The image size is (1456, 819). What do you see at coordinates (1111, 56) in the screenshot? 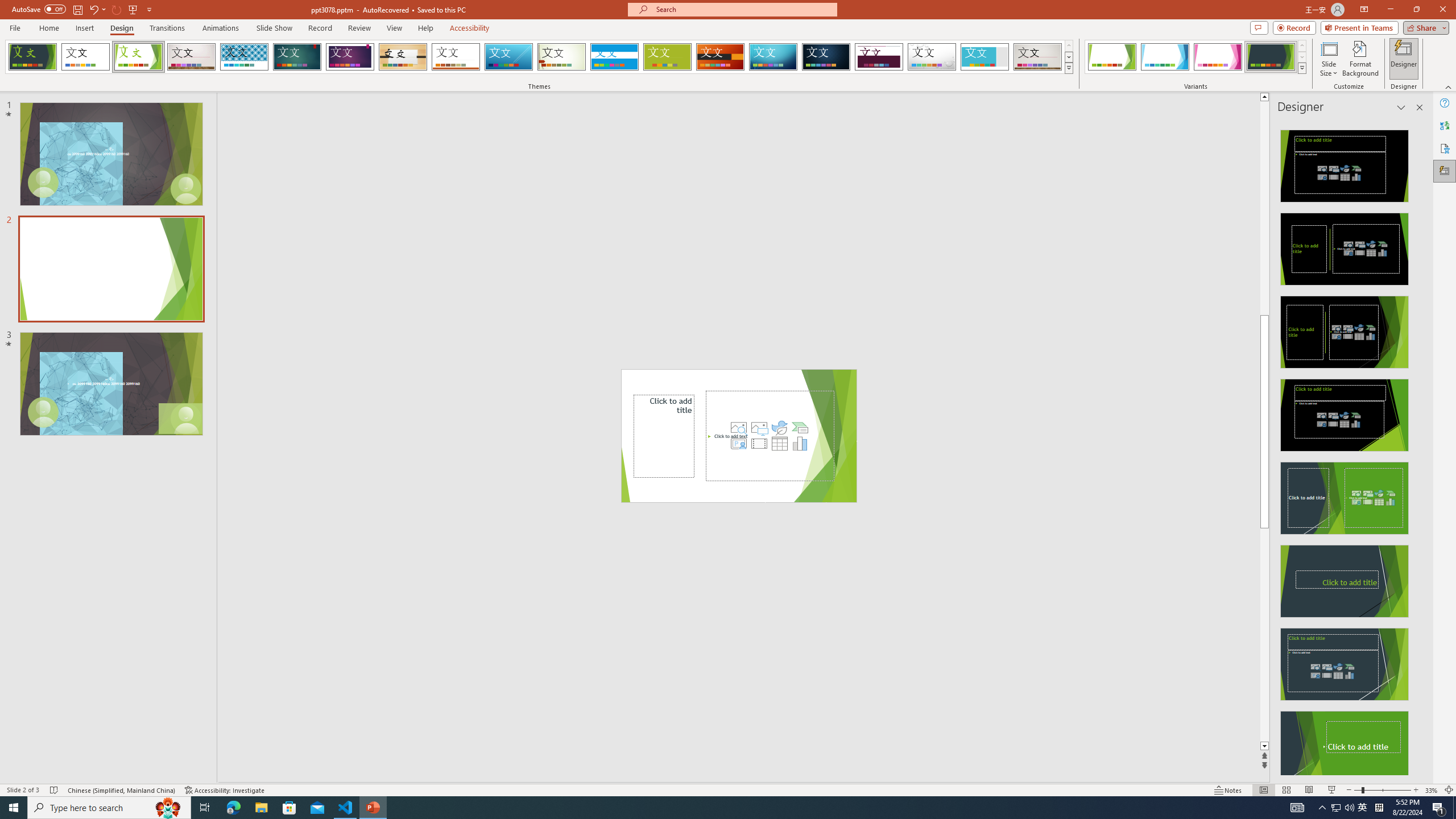
I see `'Facet Variant 1'` at bounding box center [1111, 56].